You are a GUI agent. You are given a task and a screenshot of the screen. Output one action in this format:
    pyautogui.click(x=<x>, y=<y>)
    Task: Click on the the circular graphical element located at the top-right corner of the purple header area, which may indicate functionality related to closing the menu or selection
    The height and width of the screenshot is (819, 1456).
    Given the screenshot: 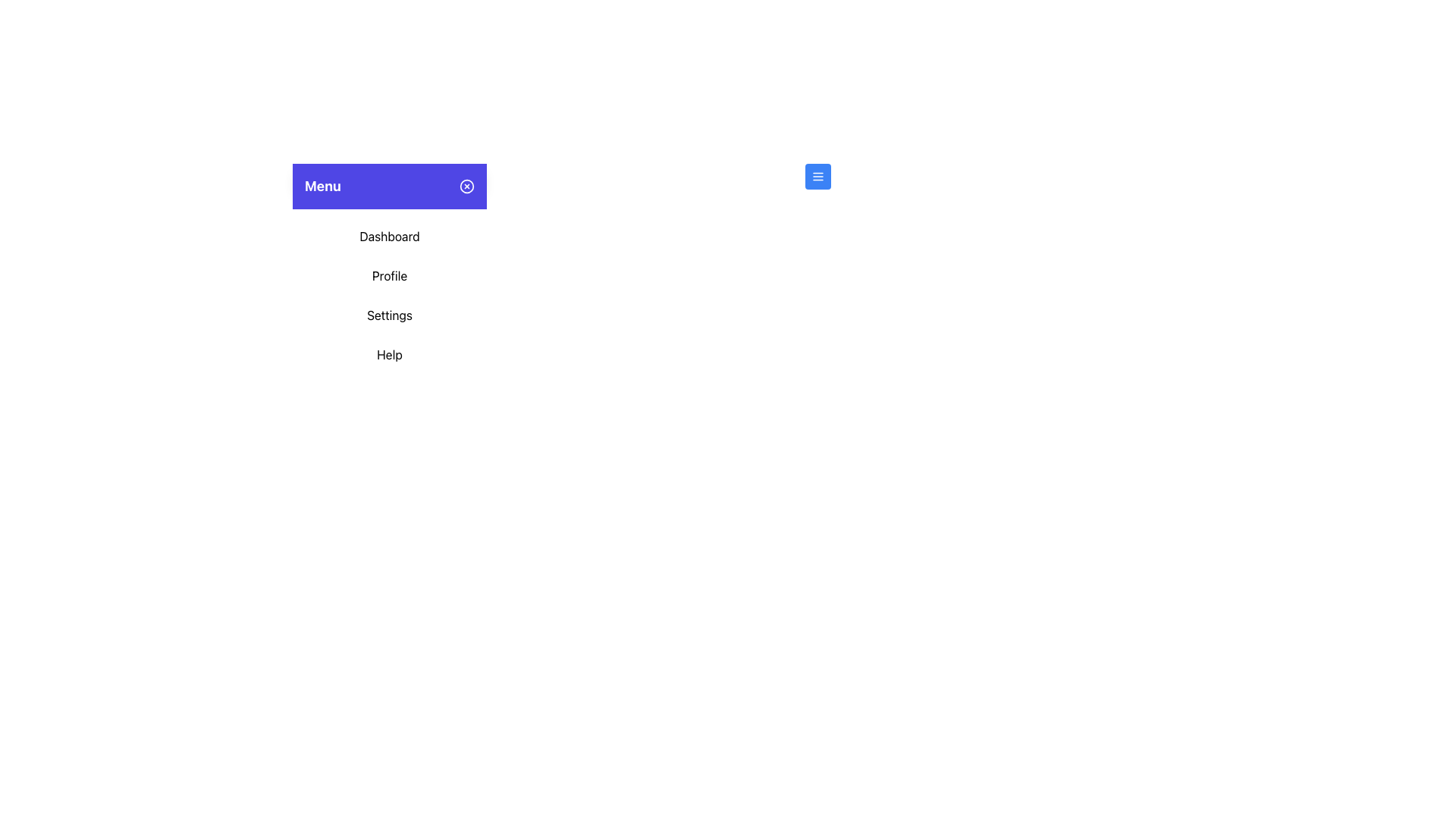 What is the action you would take?
    pyautogui.click(x=466, y=186)
    